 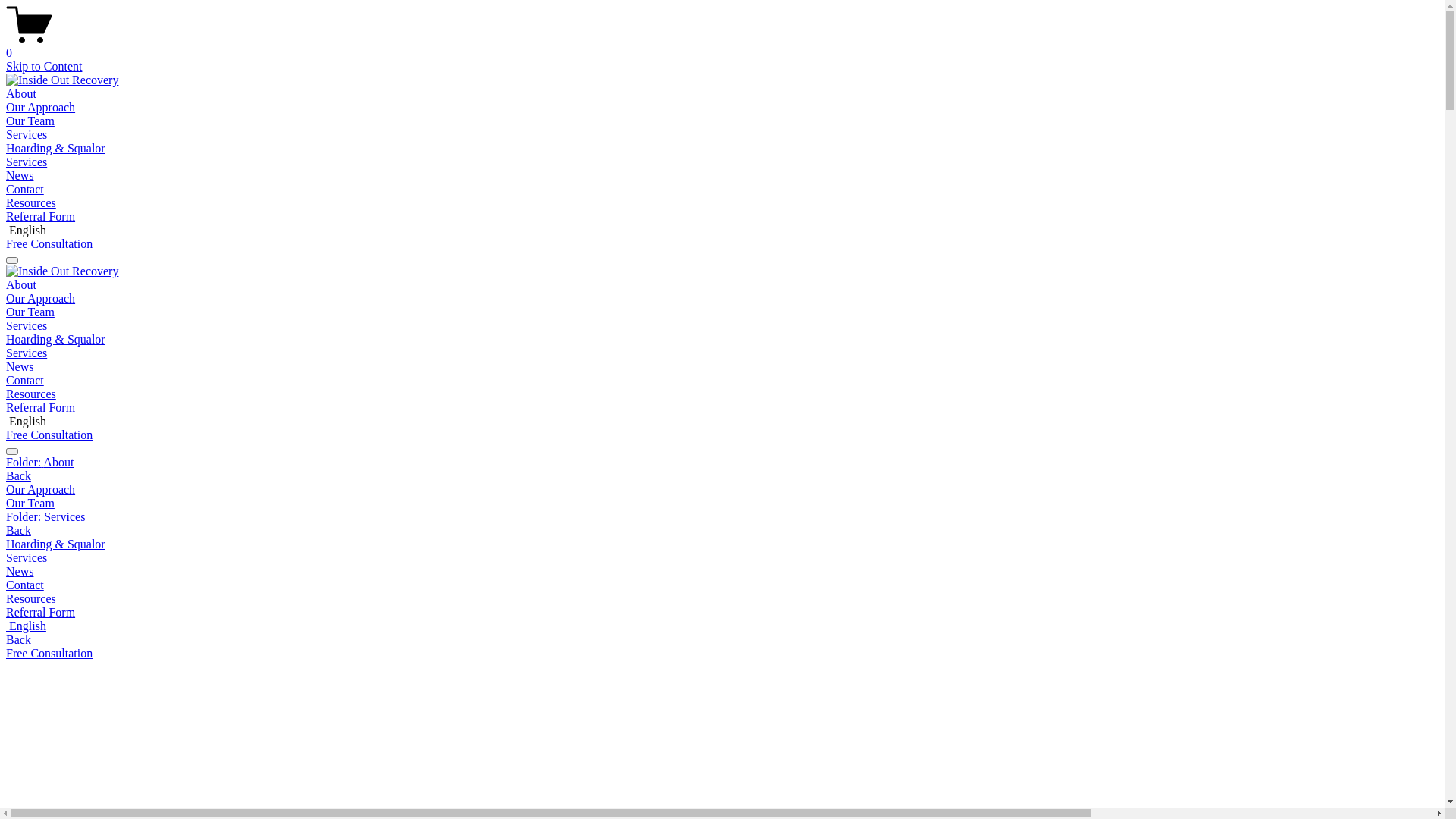 What do you see at coordinates (30, 120) in the screenshot?
I see `'Our Team'` at bounding box center [30, 120].